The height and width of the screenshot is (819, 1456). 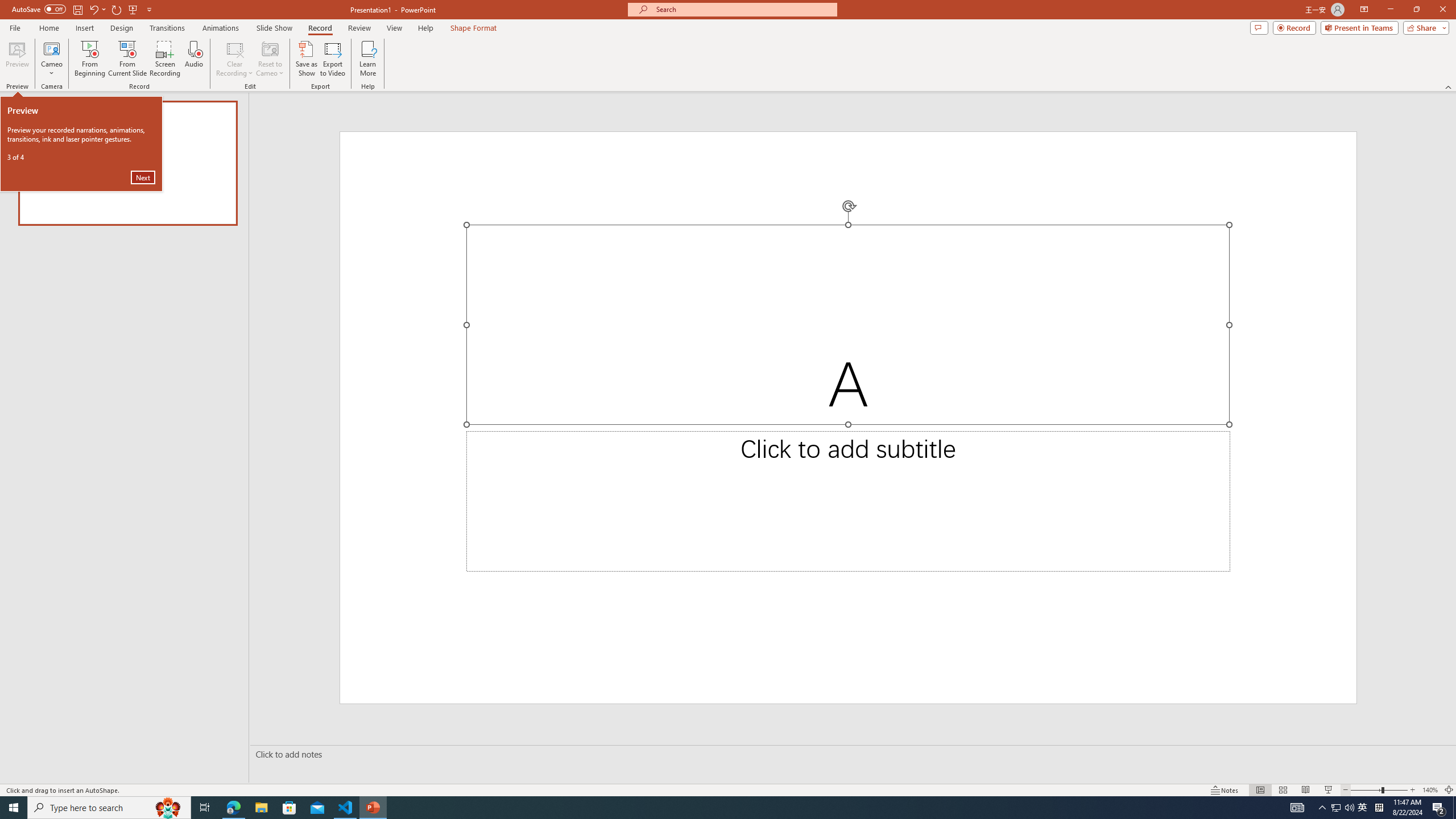 I want to click on 'Learn More', so click(x=368, y=59).